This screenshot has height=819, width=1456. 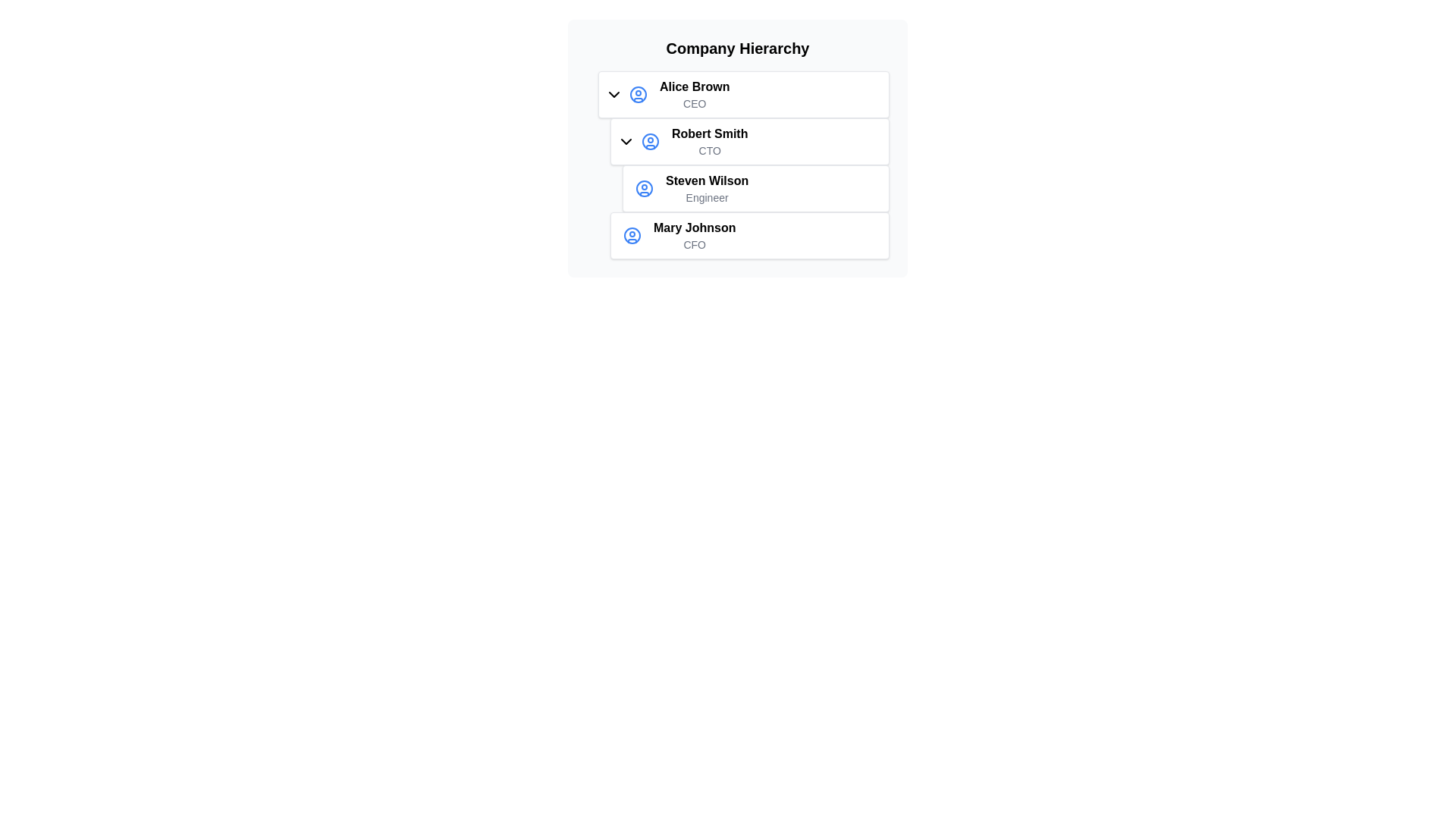 What do you see at coordinates (694, 227) in the screenshot?
I see `text label displaying 'Mary Johnson' in bold font style, located under the 'Company Hierarchy' heading, which is the first line of the entry 'Mary Johnson CFO'` at bounding box center [694, 227].